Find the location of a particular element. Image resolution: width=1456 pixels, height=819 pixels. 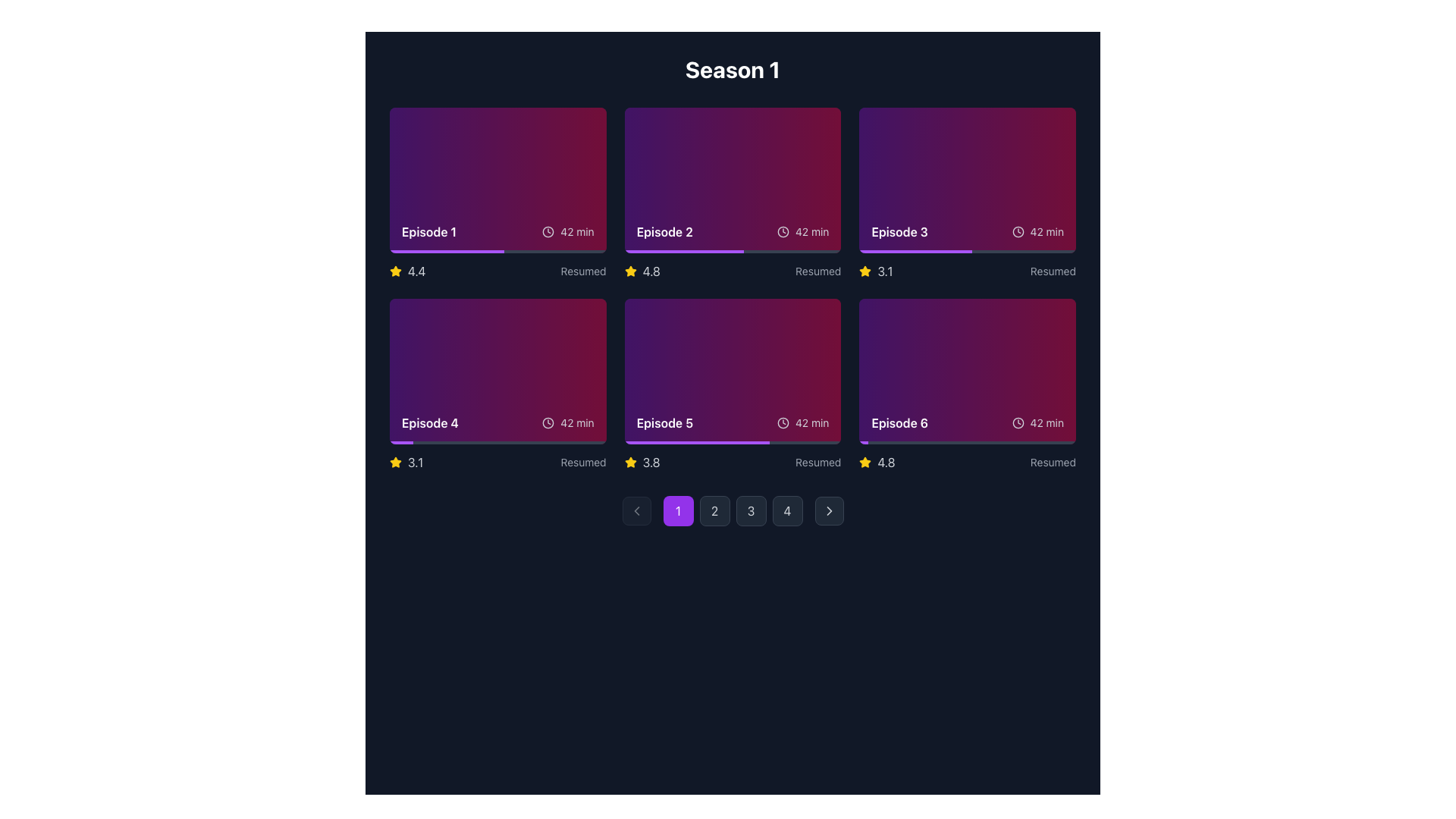

text content of the label indicating the viewing status of the episode, located in the bottom-right corner of the Episode 3 card in the third column of the first row is located at coordinates (1052, 271).